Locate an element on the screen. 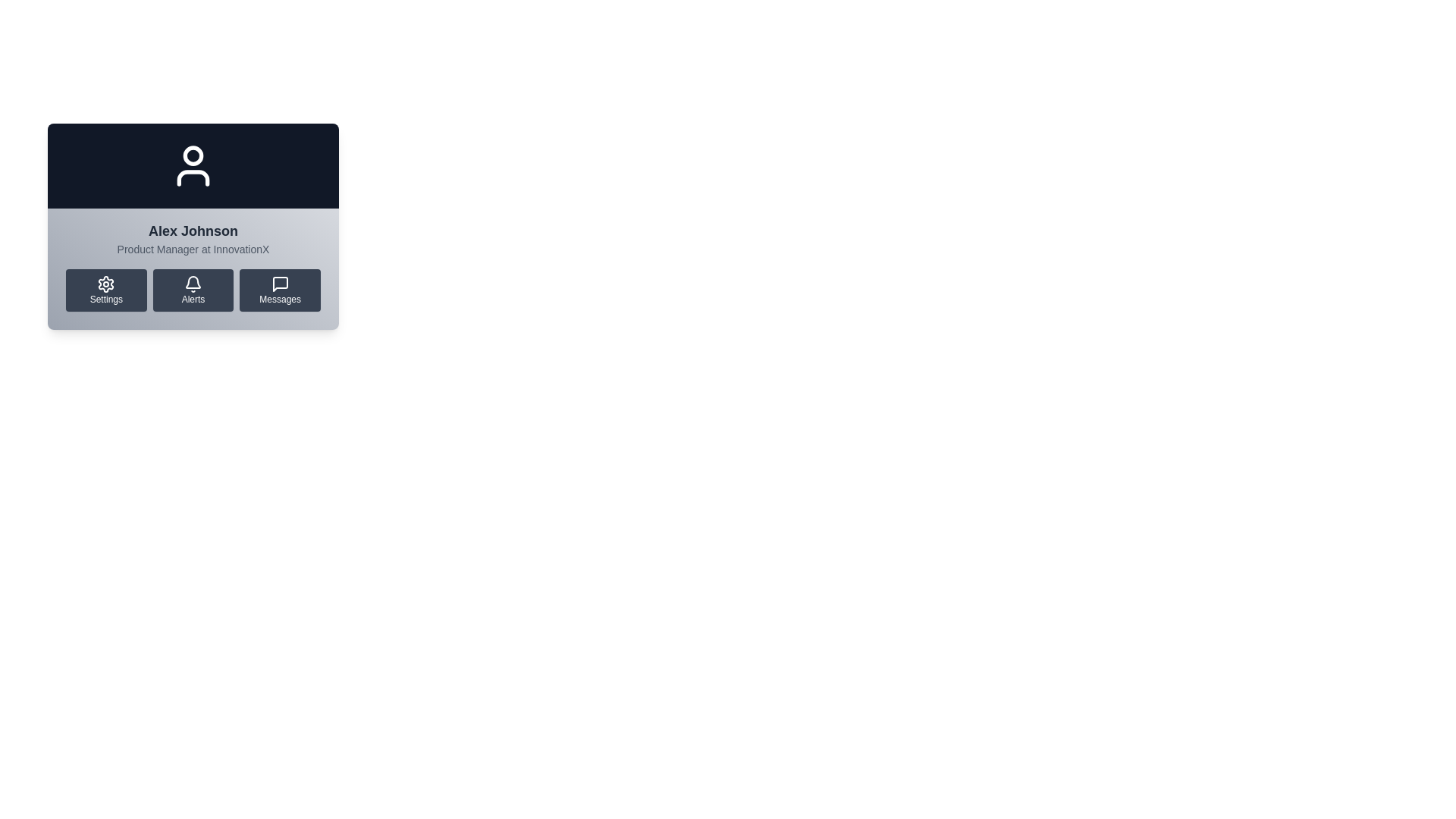 The width and height of the screenshot is (1456, 819). text content displayed as 'Alex Johnson', which is prominently shown above the subtitle 'Product Manager at InnovationX' in the user interface is located at coordinates (192, 231).